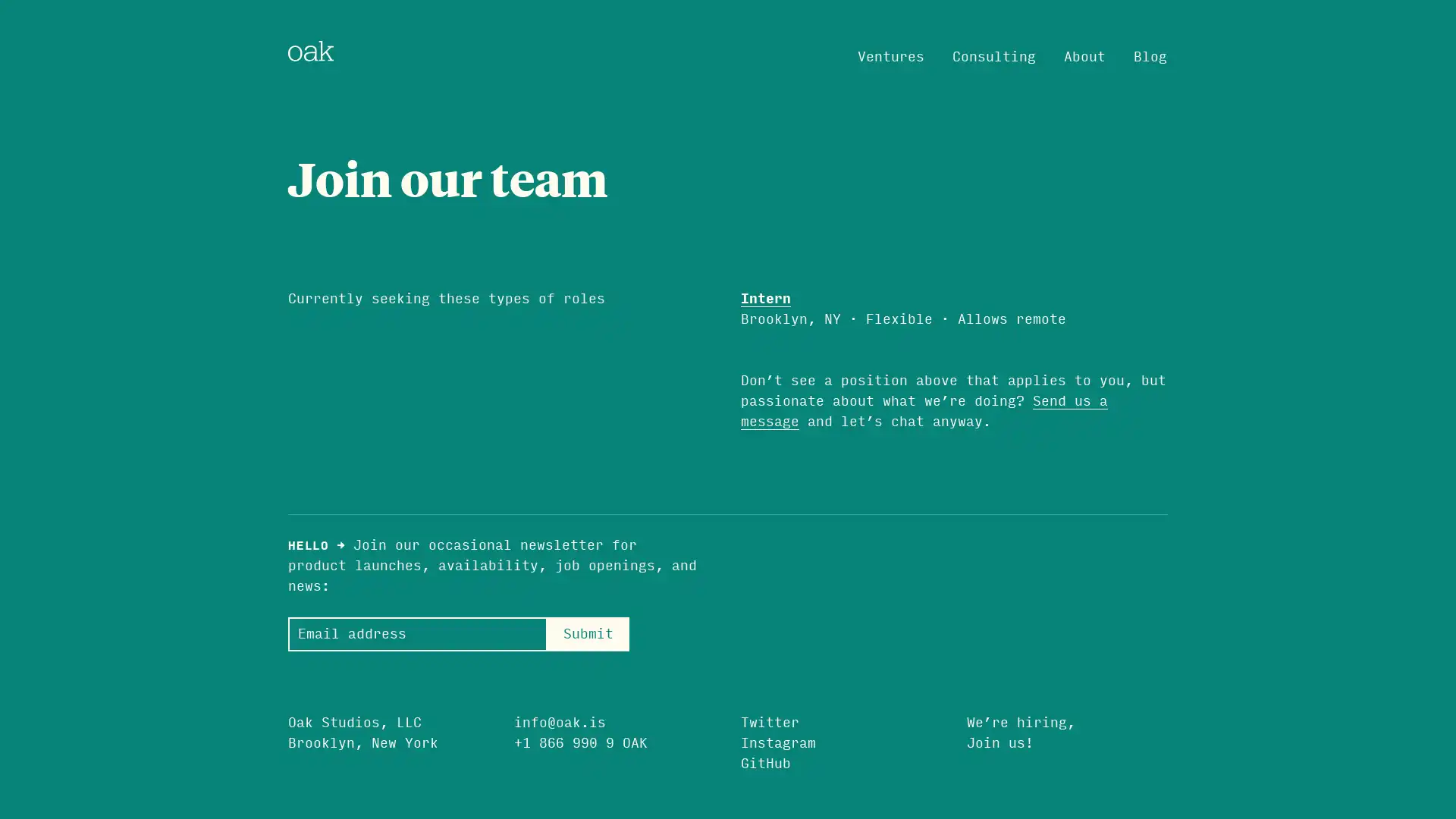 This screenshot has height=819, width=1456. What do you see at coordinates (587, 633) in the screenshot?
I see `Submit` at bounding box center [587, 633].